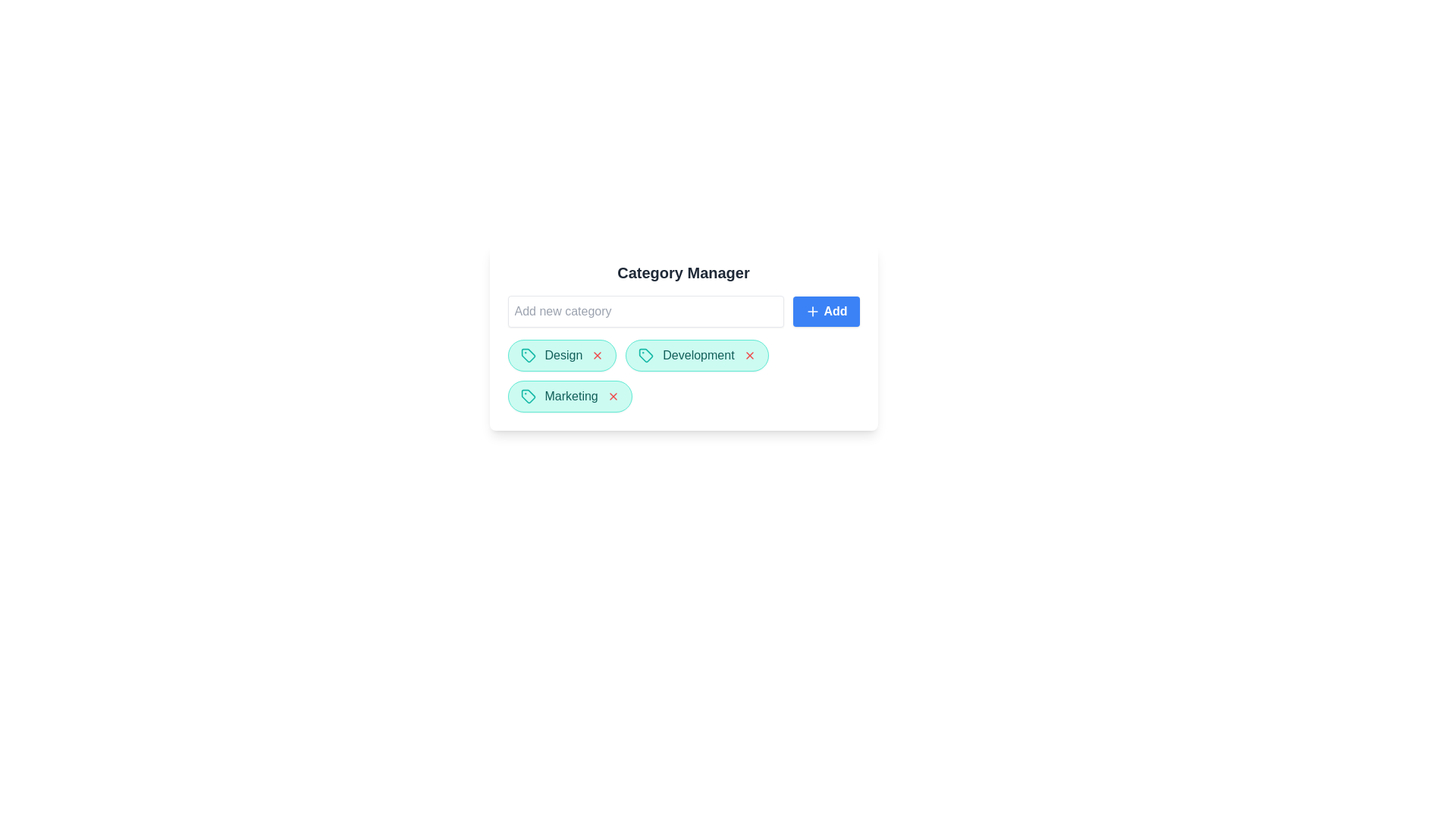  Describe the element at coordinates (613, 396) in the screenshot. I see `'X' button on the category chip labeled 'Marketing'` at that location.